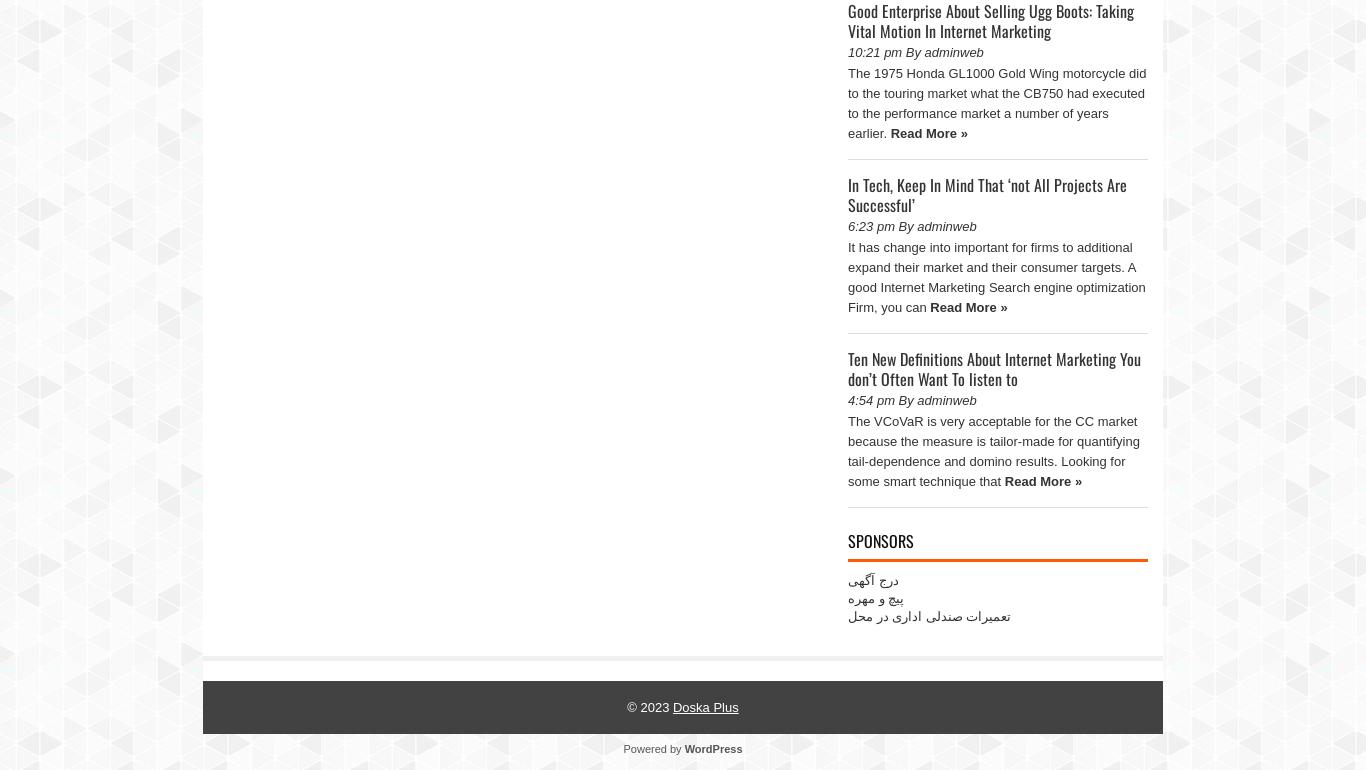 The height and width of the screenshot is (770, 1366). What do you see at coordinates (879, 540) in the screenshot?
I see `'Sponsors'` at bounding box center [879, 540].